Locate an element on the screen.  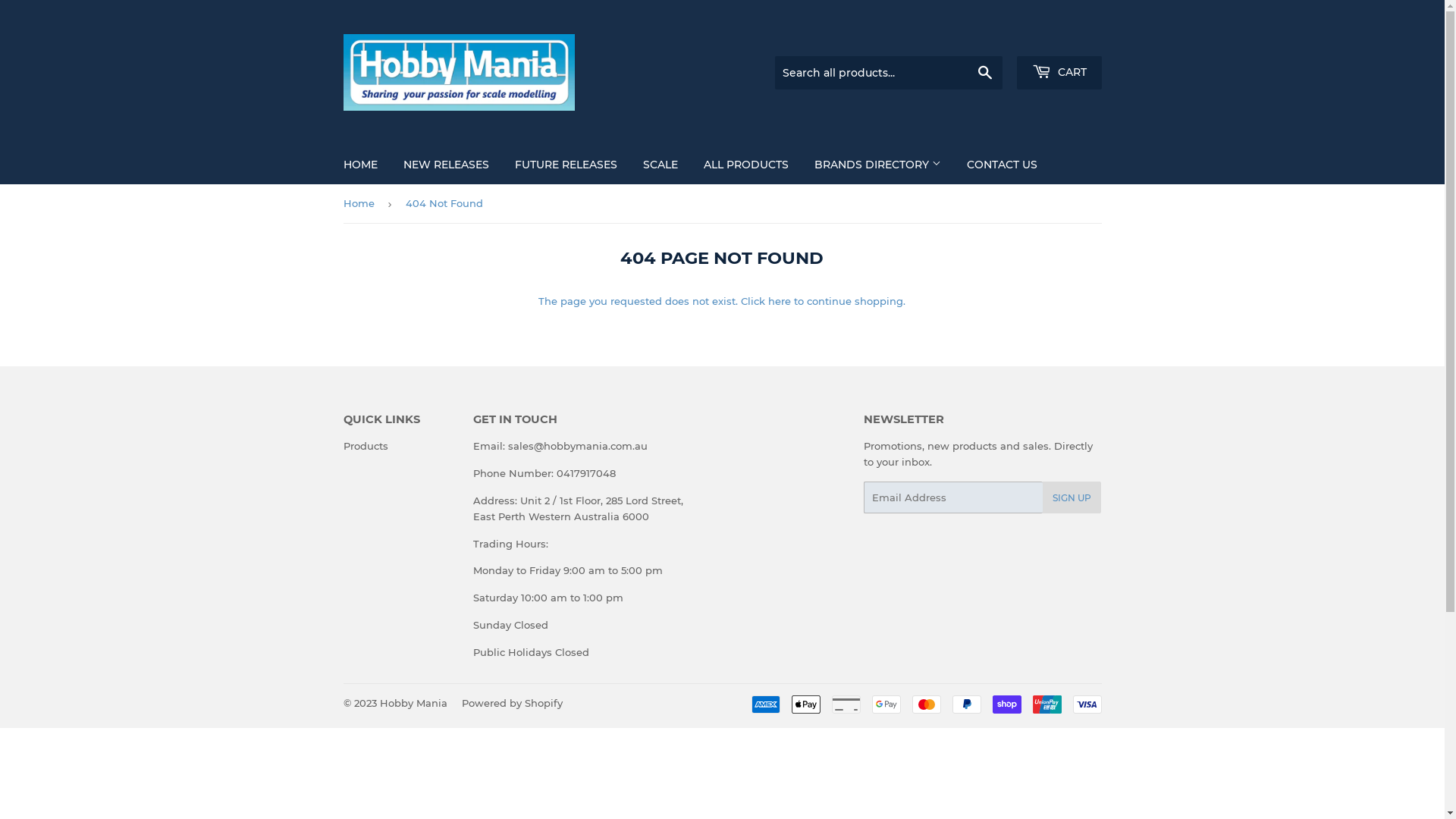
'Products' is located at coordinates (365, 444).